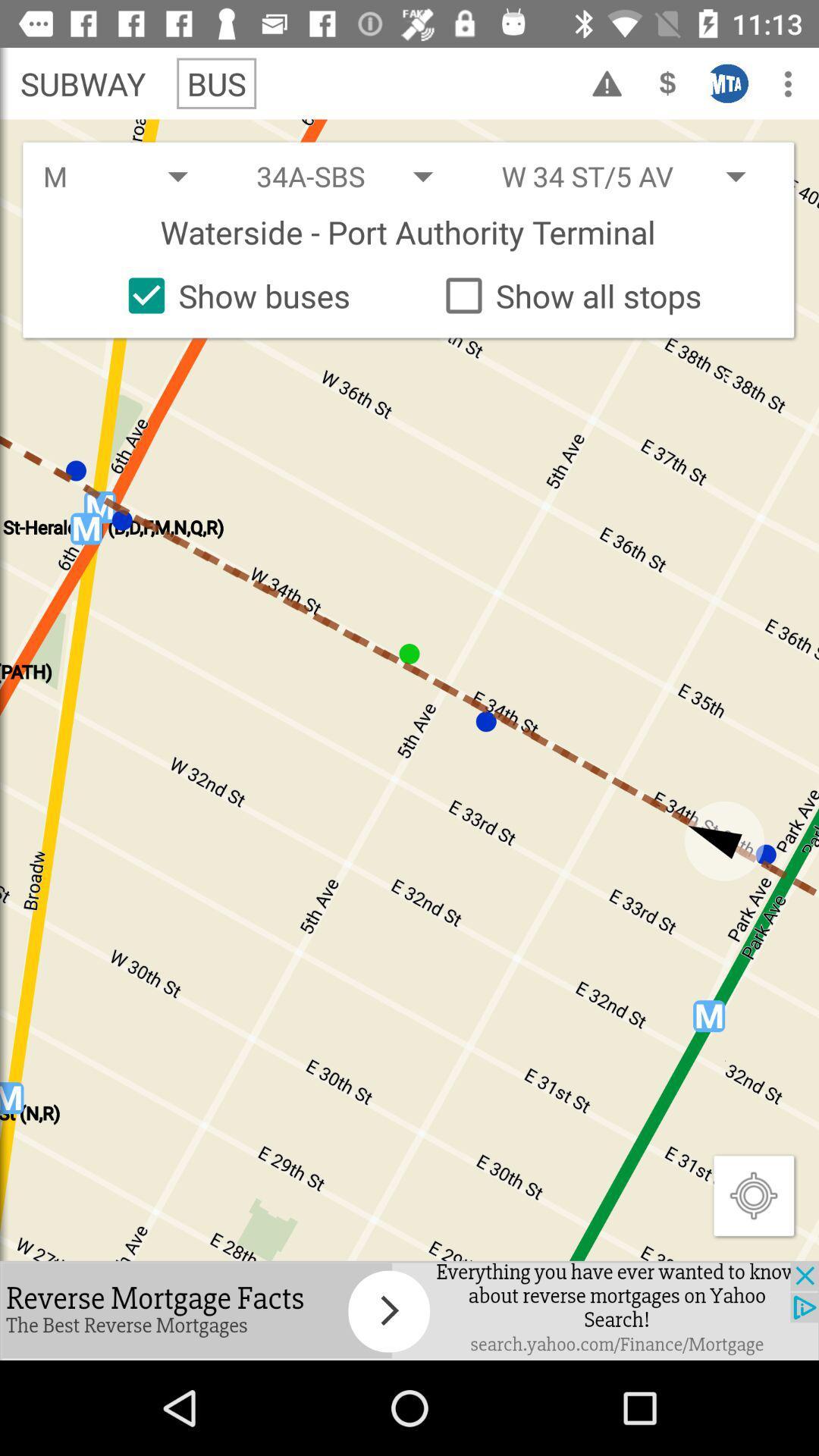  I want to click on bus, so click(216, 83).